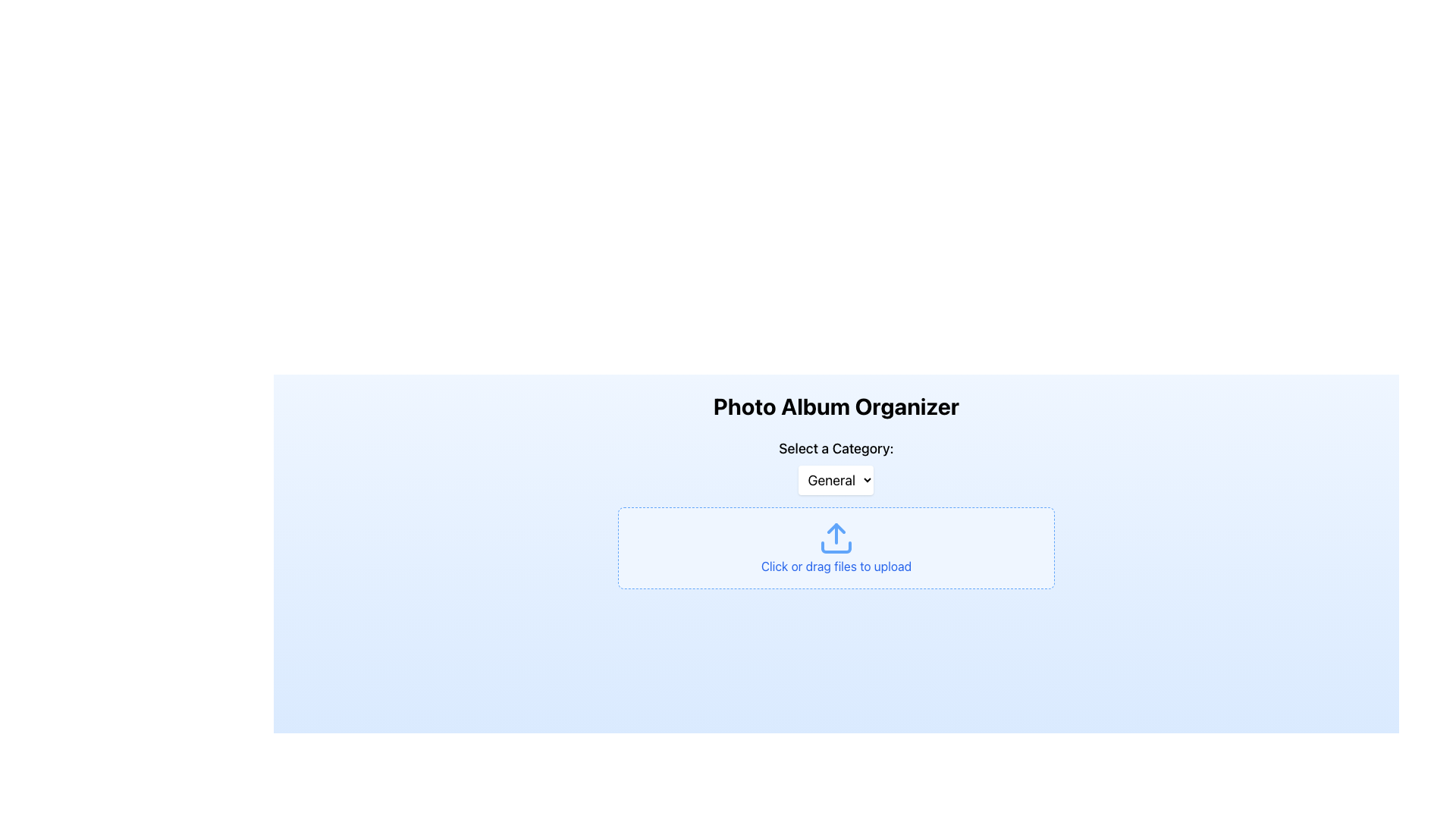  Describe the element at coordinates (836, 447) in the screenshot. I see `the text label that reads 'Select a Category:', which is styled with medium-sized, bolded black text and positioned above the dropdown menu labeled 'General'` at that location.